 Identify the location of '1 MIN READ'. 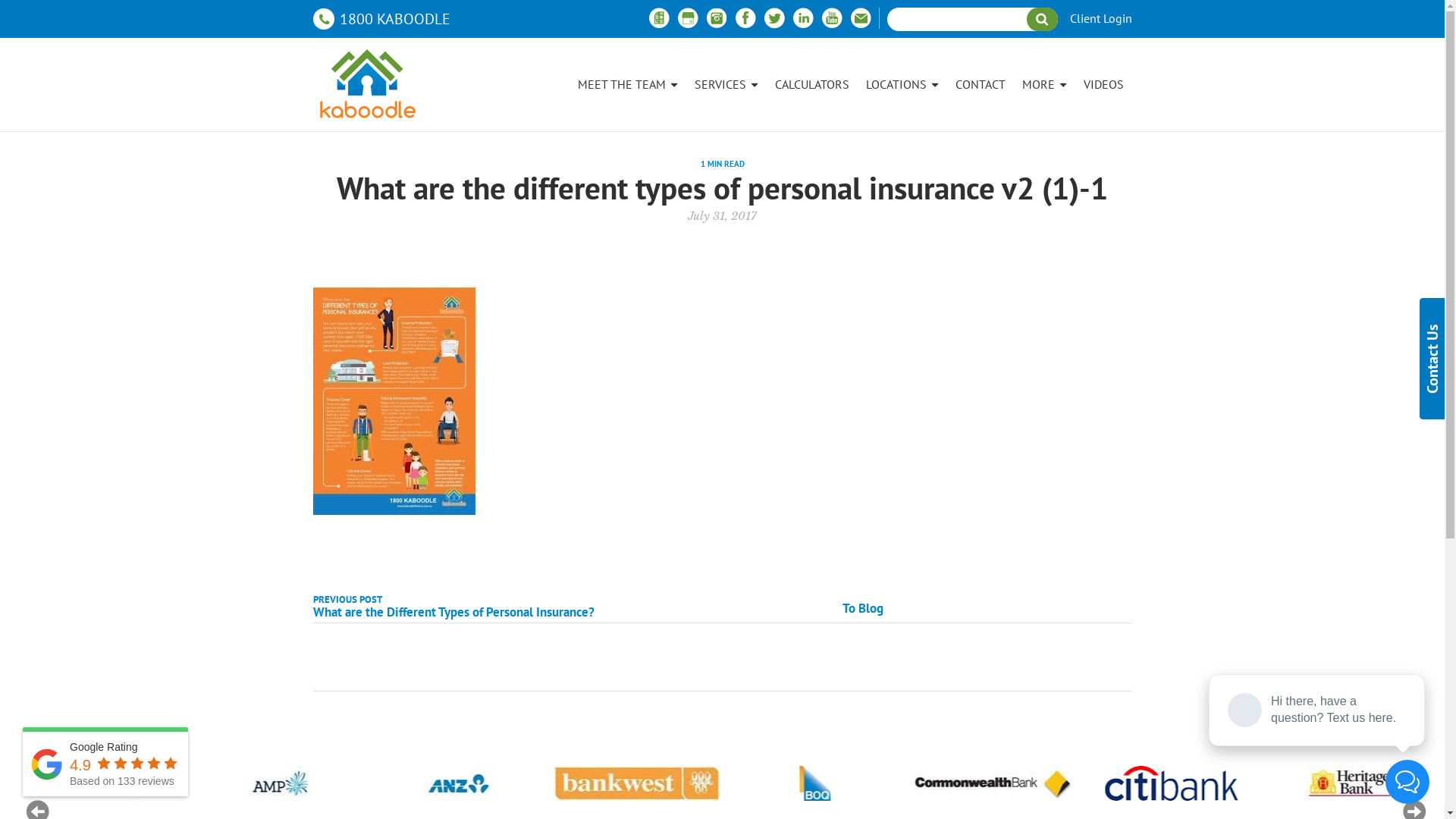
(700, 164).